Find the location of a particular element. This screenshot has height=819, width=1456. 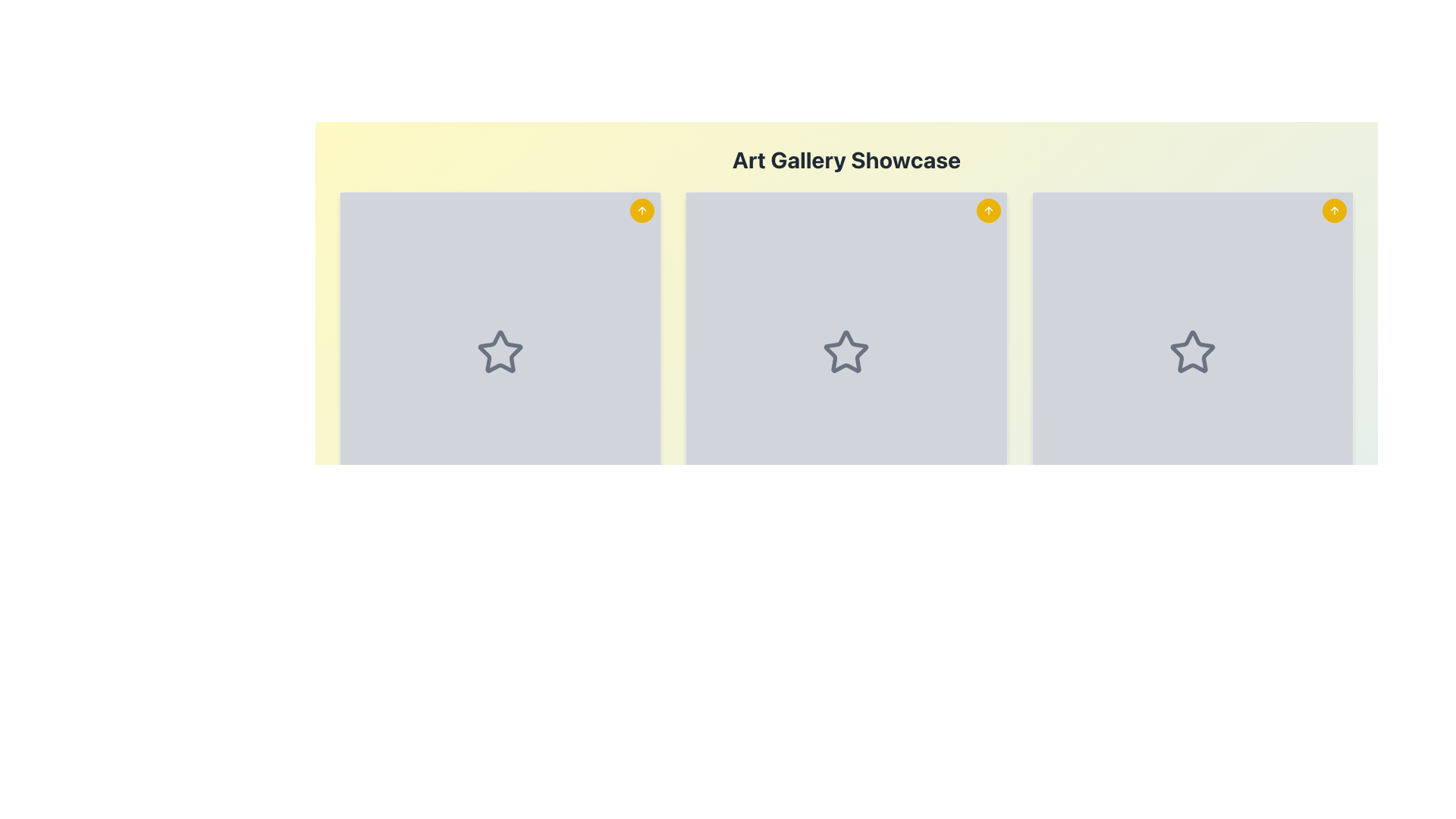

the third star icon under the heading 'Art Gallery Showcase' to interact with or select it is located at coordinates (1191, 351).